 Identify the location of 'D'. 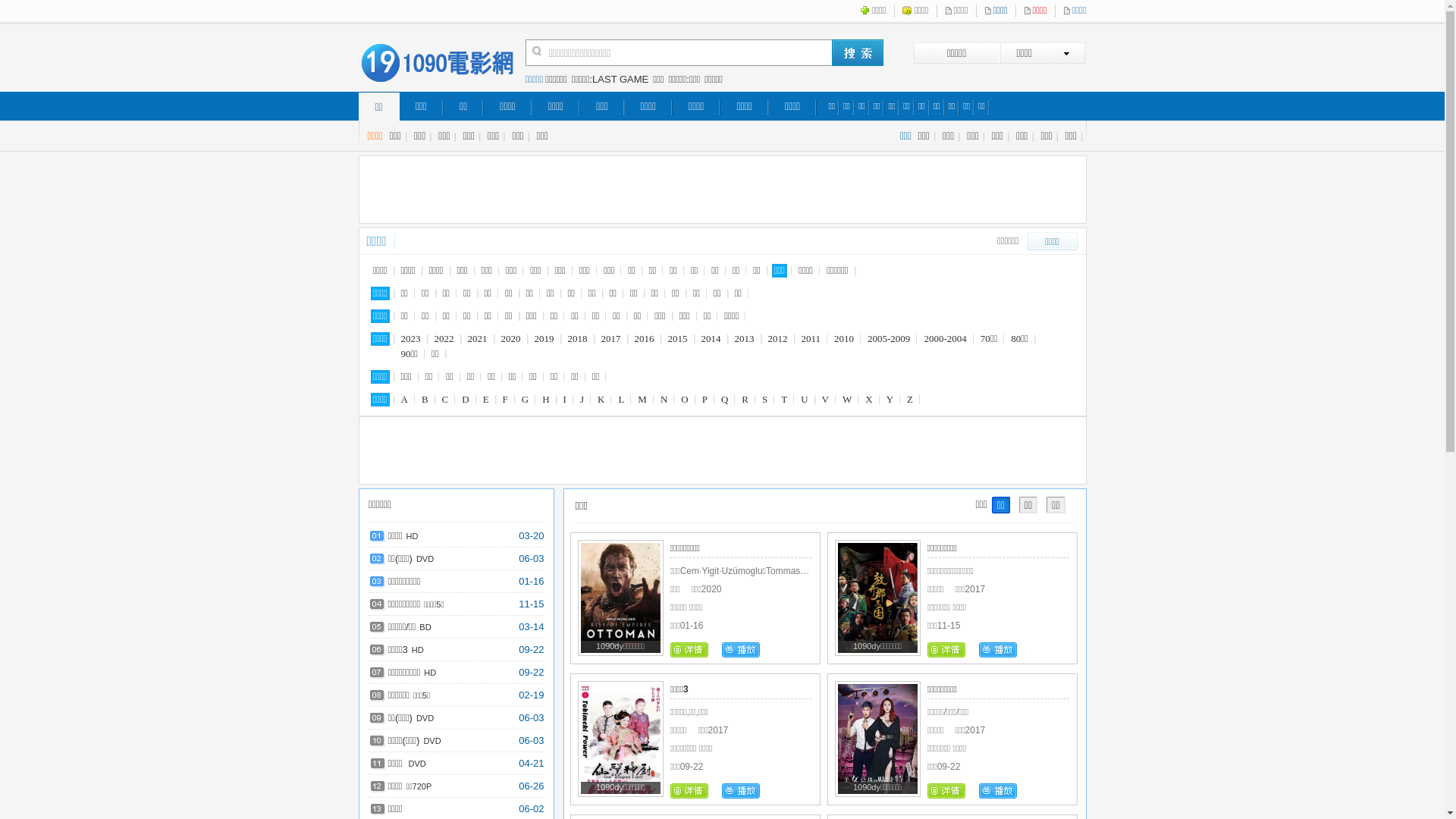
(464, 399).